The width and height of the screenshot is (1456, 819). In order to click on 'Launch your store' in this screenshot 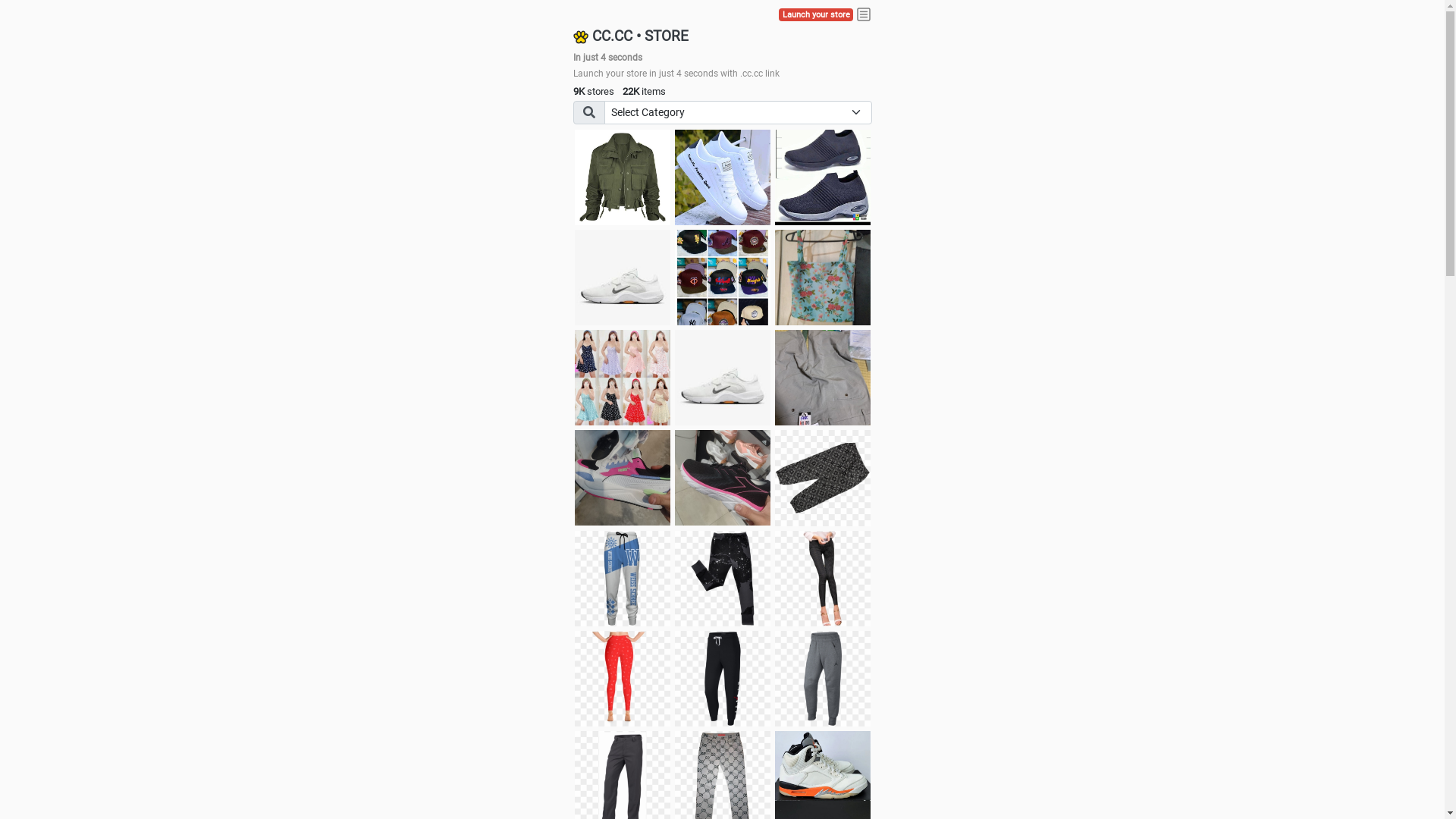, I will do `click(814, 14)`.